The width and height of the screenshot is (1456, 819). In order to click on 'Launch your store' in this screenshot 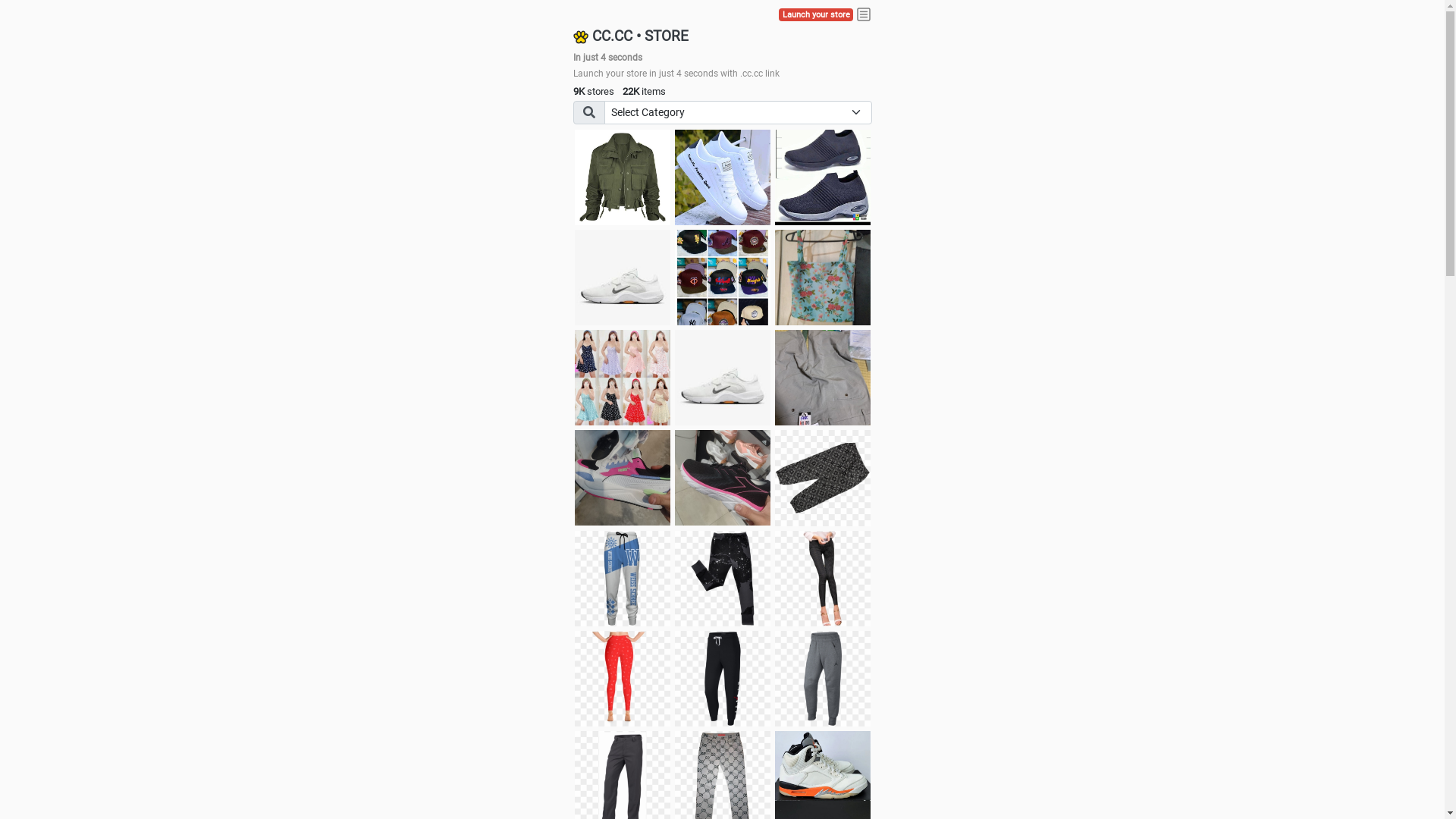, I will do `click(814, 14)`.